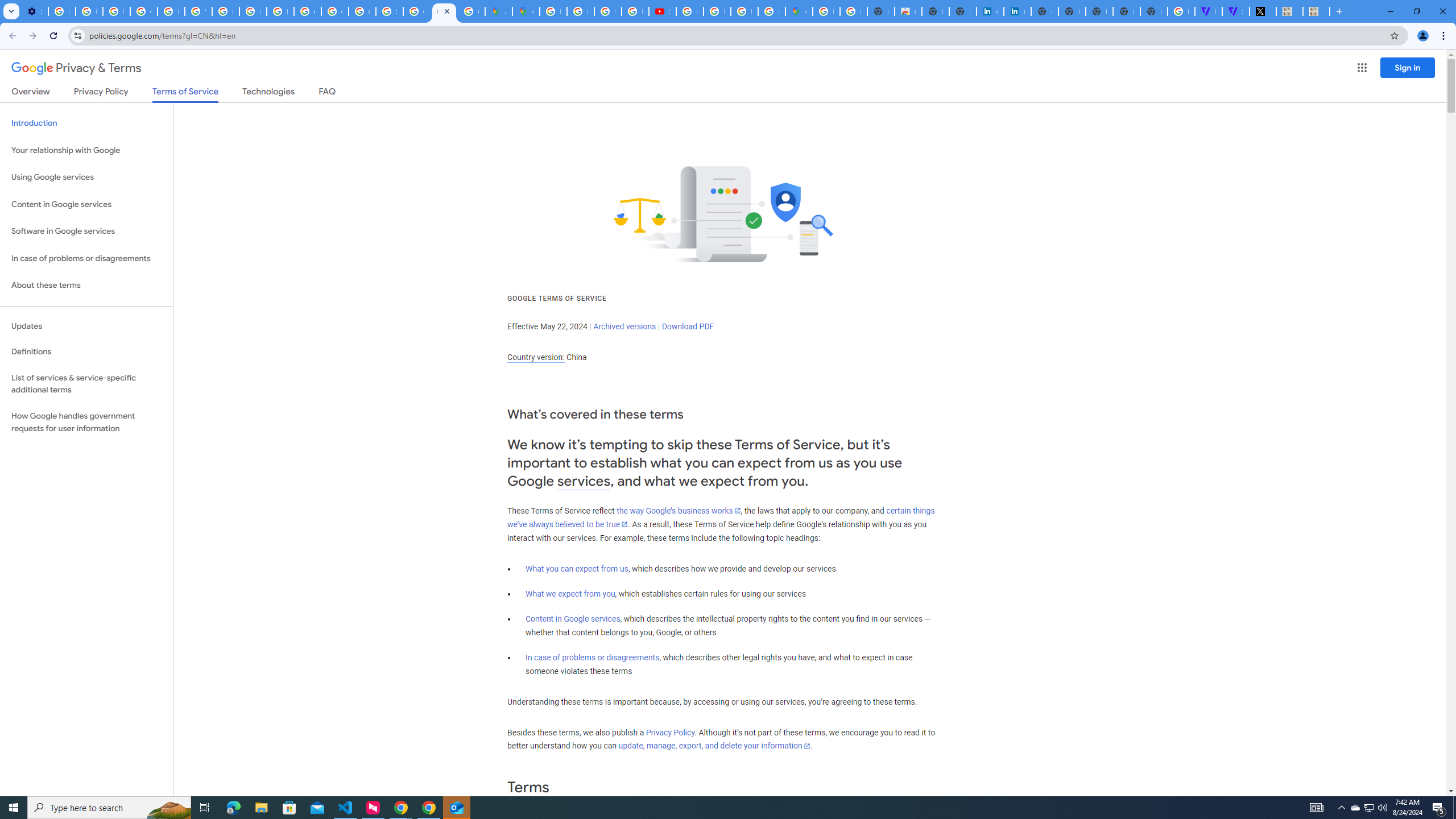 The image size is (1456, 819). Describe the element at coordinates (1235, 11) in the screenshot. I see `'Streaming - The Verge'` at that location.